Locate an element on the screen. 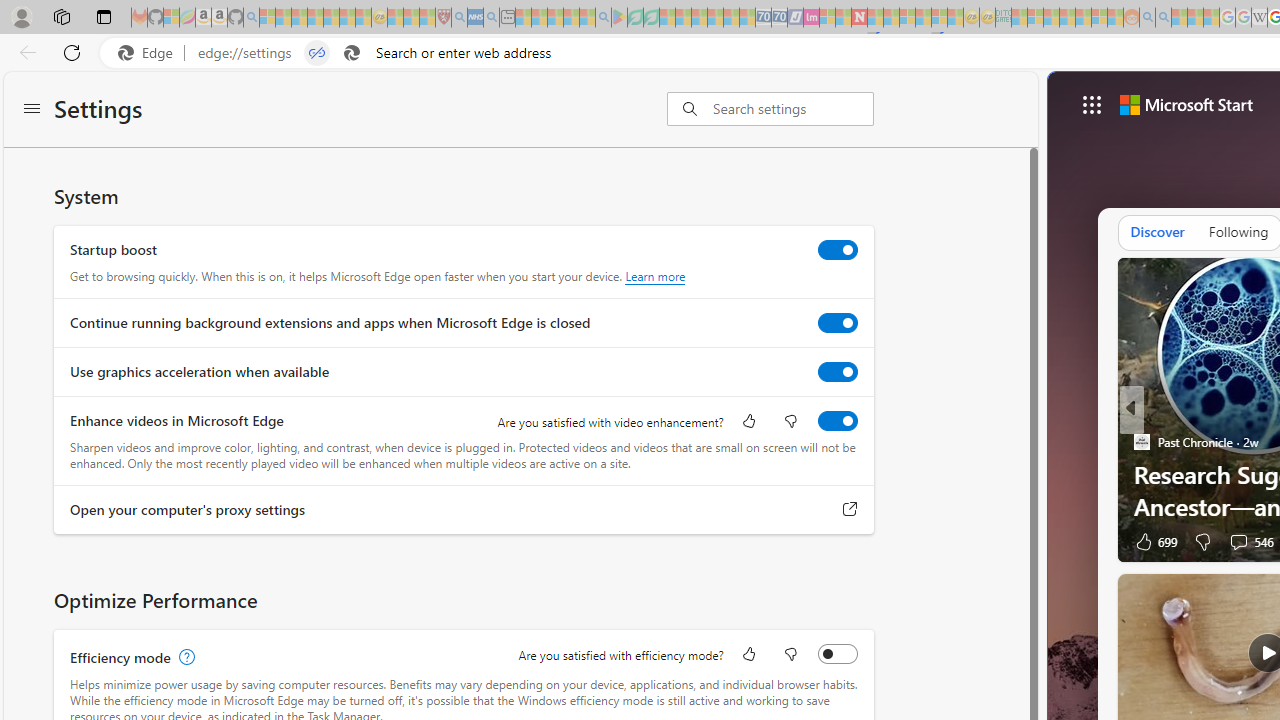 This screenshot has width=1280, height=720. 'App launcher' is located at coordinates (1091, 105).